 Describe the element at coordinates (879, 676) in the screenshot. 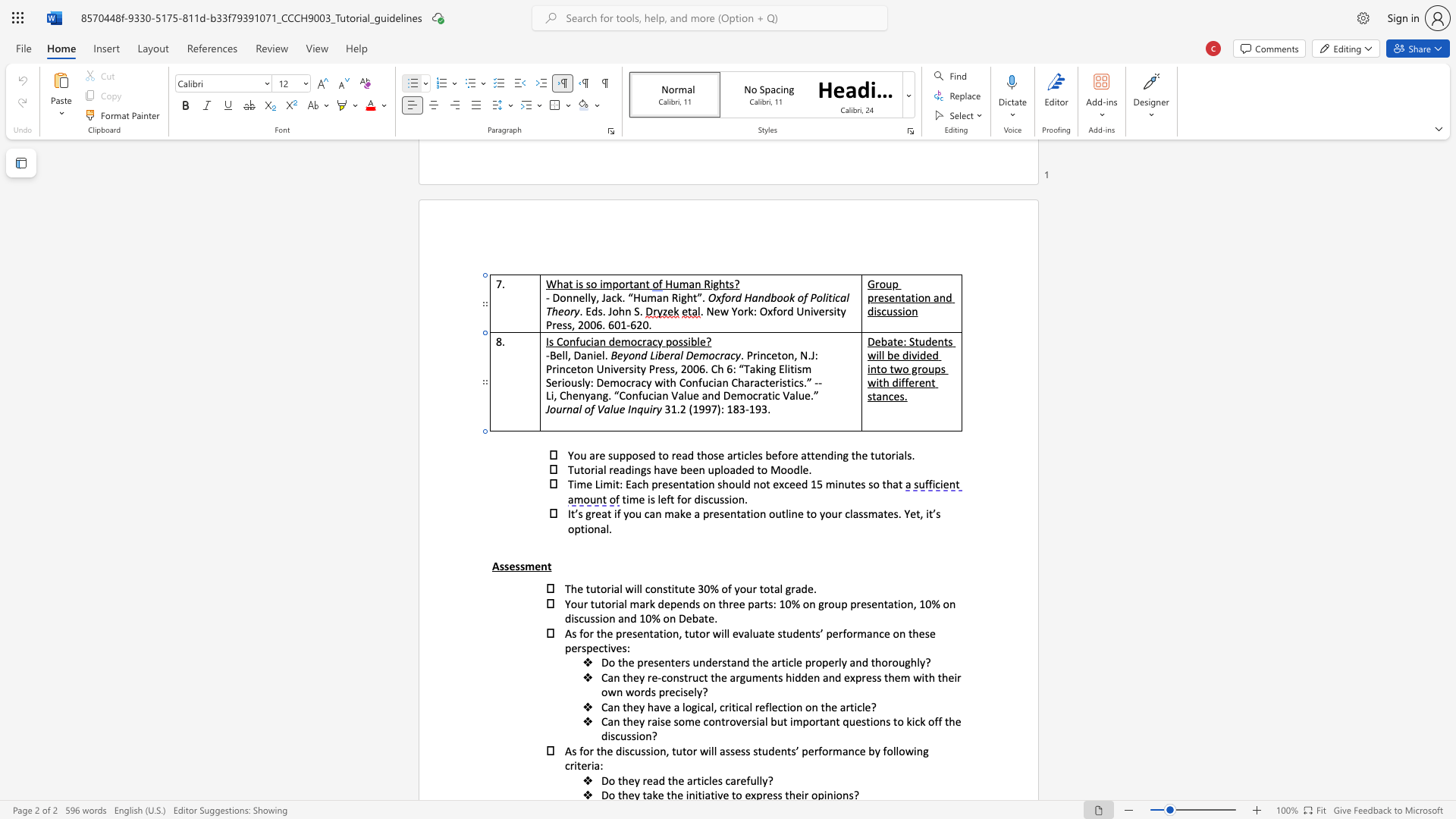

I see `the 4th character "s" in the text` at that location.